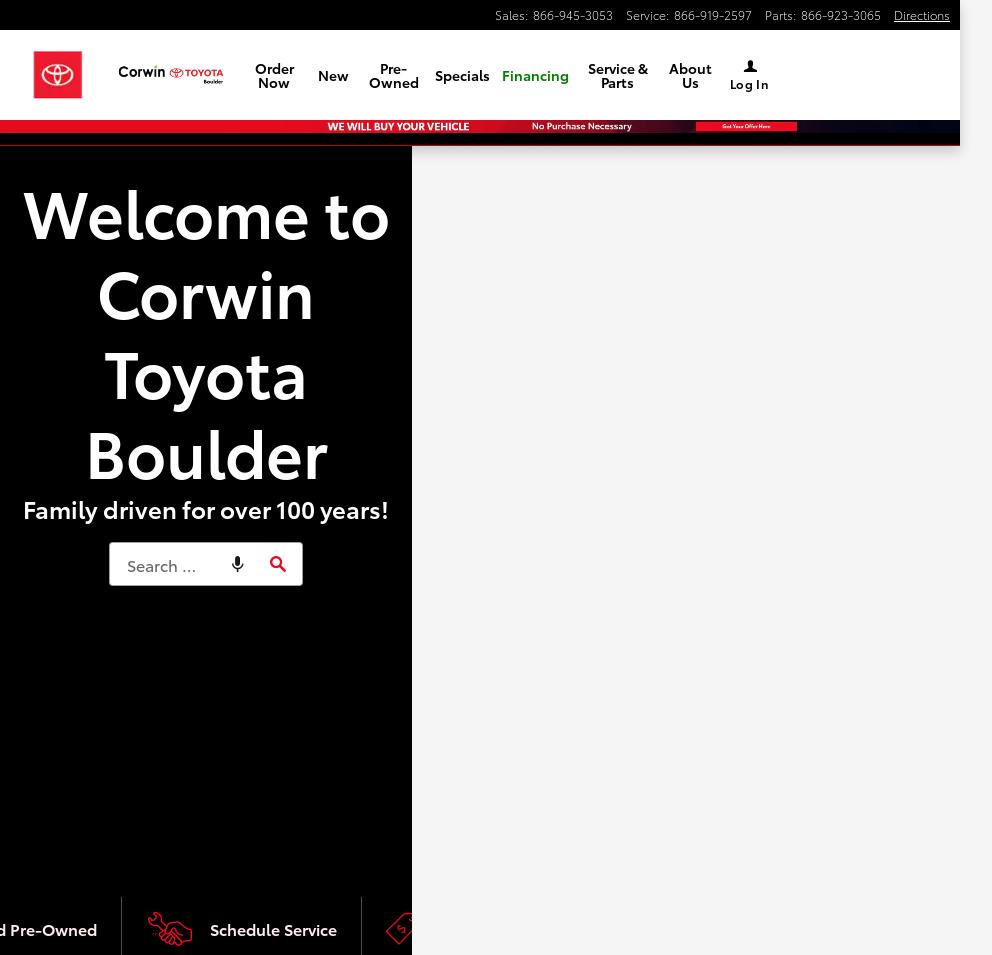 This screenshot has height=955, width=992. What do you see at coordinates (518, 928) in the screenshot?
I see `'See Current Specials'` at bounding box center [518, 928].